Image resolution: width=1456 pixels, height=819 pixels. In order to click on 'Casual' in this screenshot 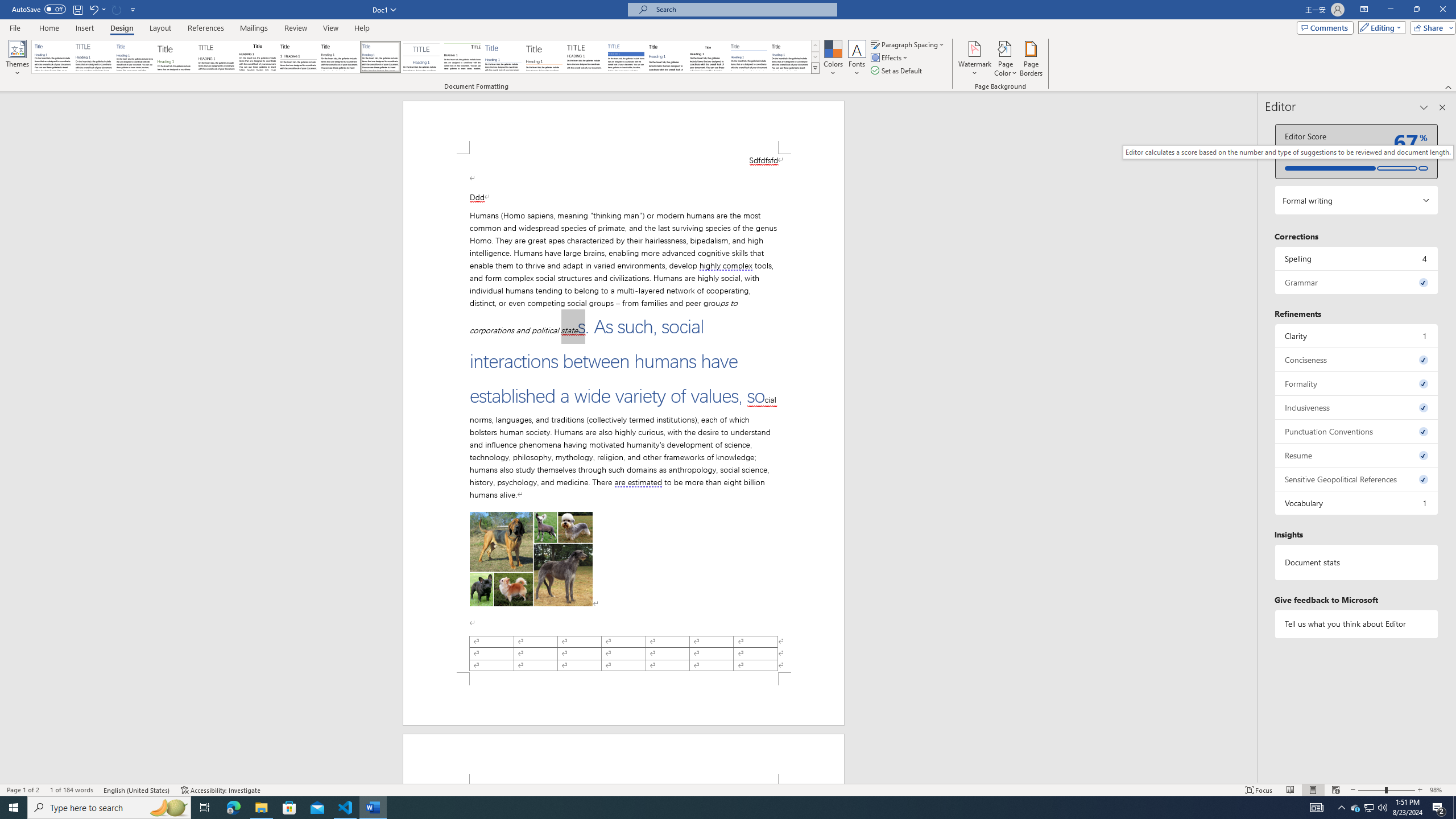, I will do `click(380, 56)`.